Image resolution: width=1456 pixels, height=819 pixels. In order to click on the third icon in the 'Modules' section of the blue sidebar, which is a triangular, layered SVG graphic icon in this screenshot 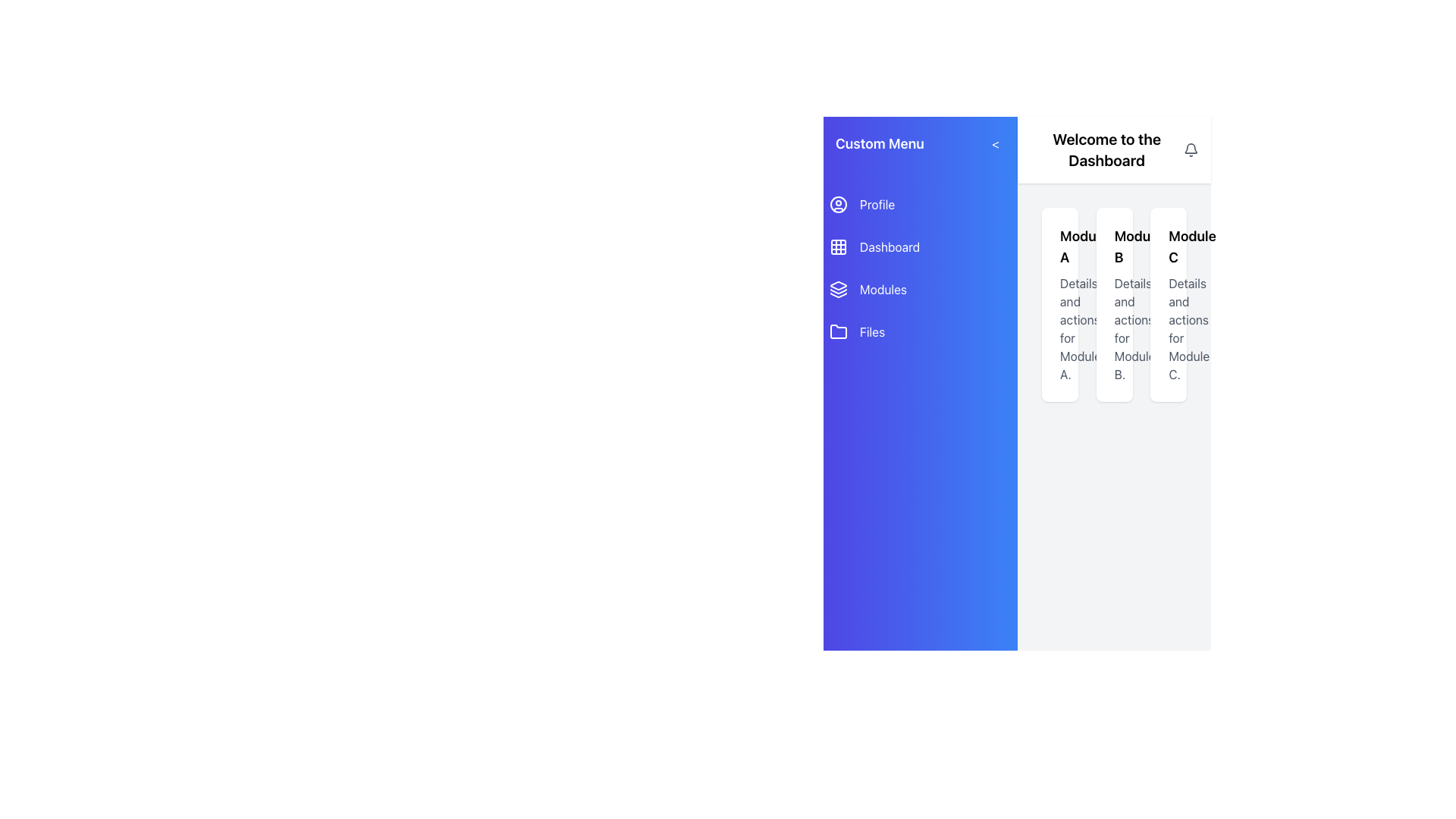, I will do `click(837, 286)`.